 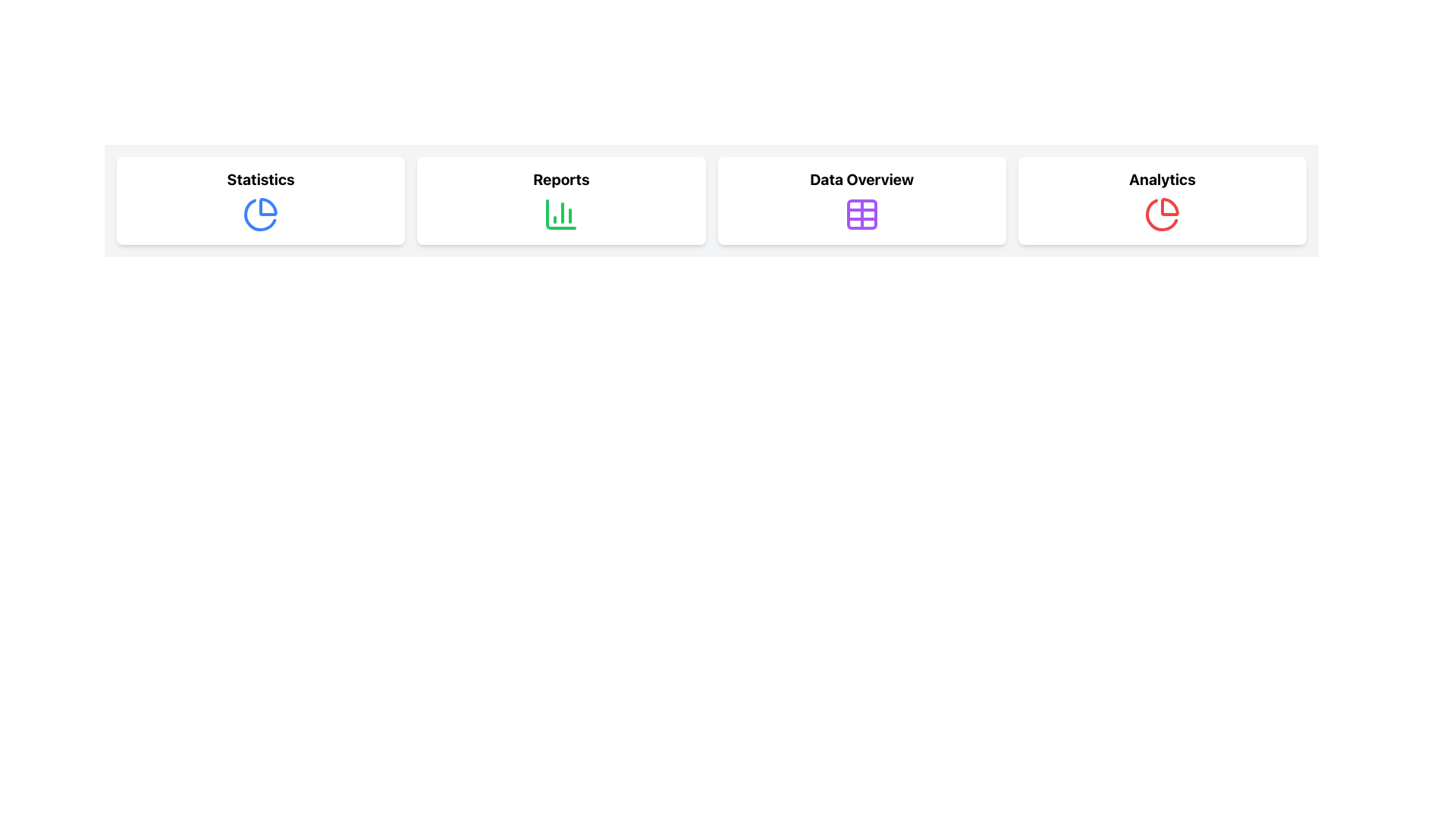 I want to click on the small rectangle with rounded corners, purple outline, located centrally within the table icon next to the 'Data Overview' label, so click(x=861, y=214).